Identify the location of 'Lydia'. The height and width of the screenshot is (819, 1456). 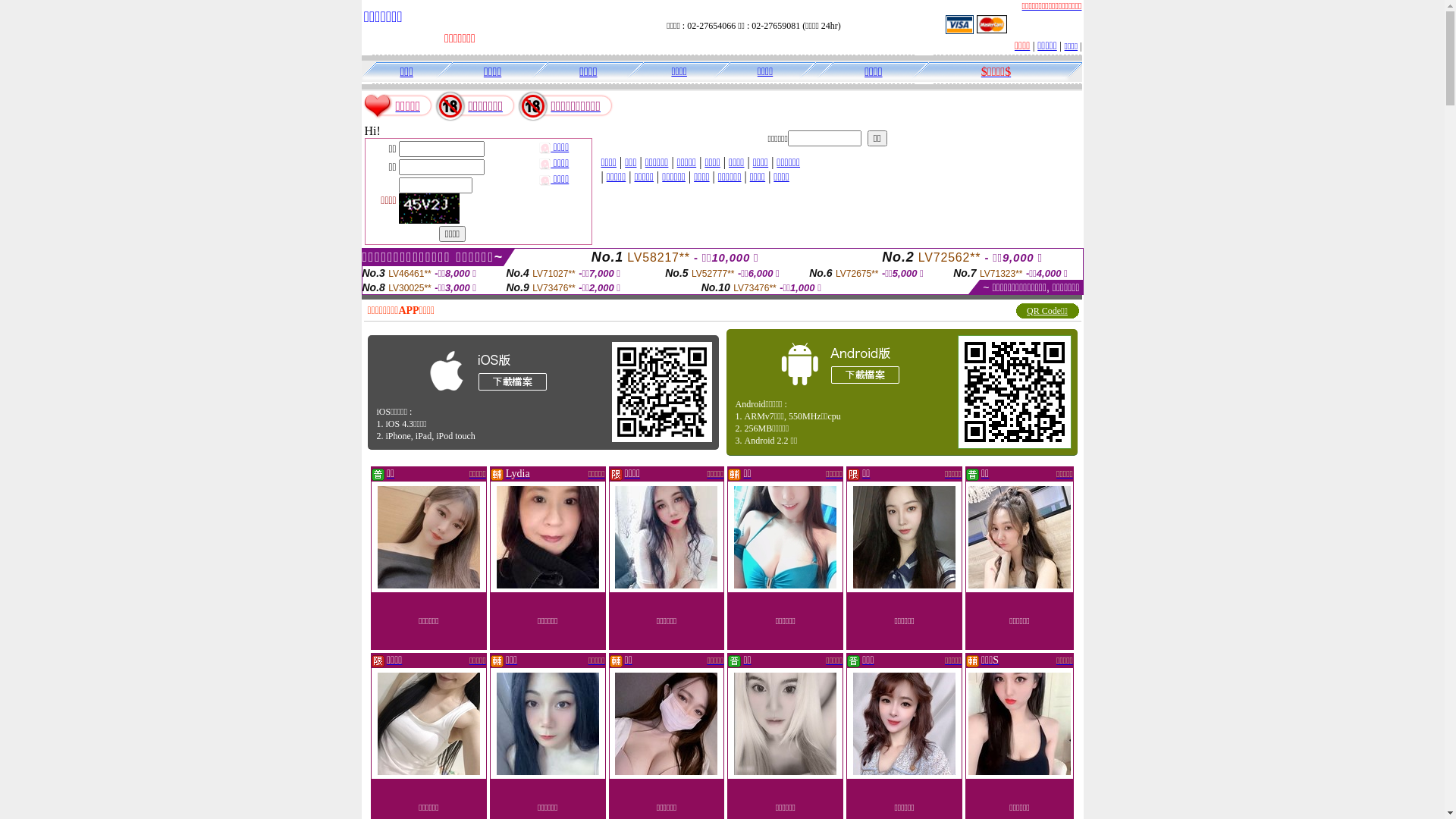
(506, 472).